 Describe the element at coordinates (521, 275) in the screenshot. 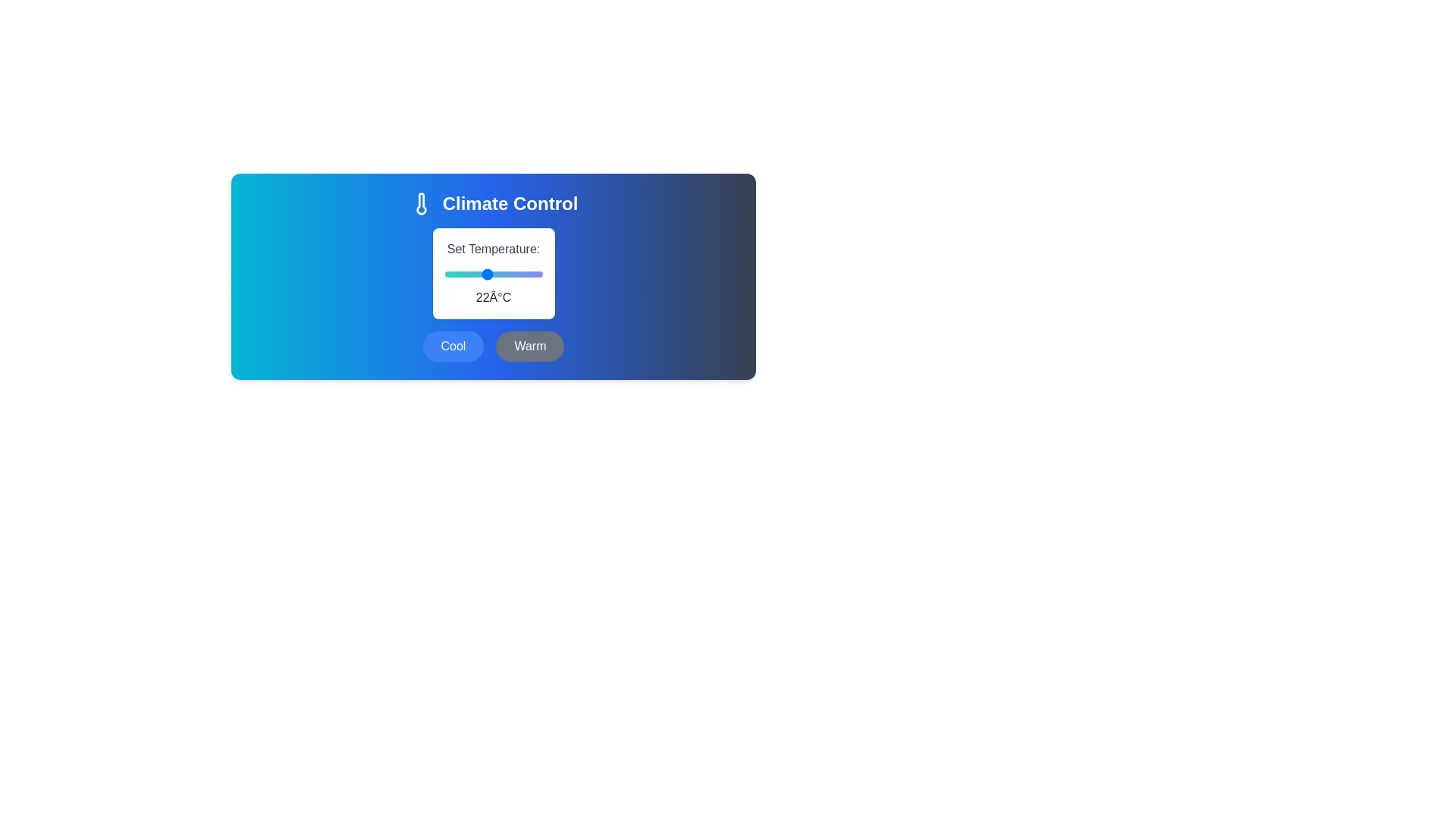

I see `the temperature` at that location.